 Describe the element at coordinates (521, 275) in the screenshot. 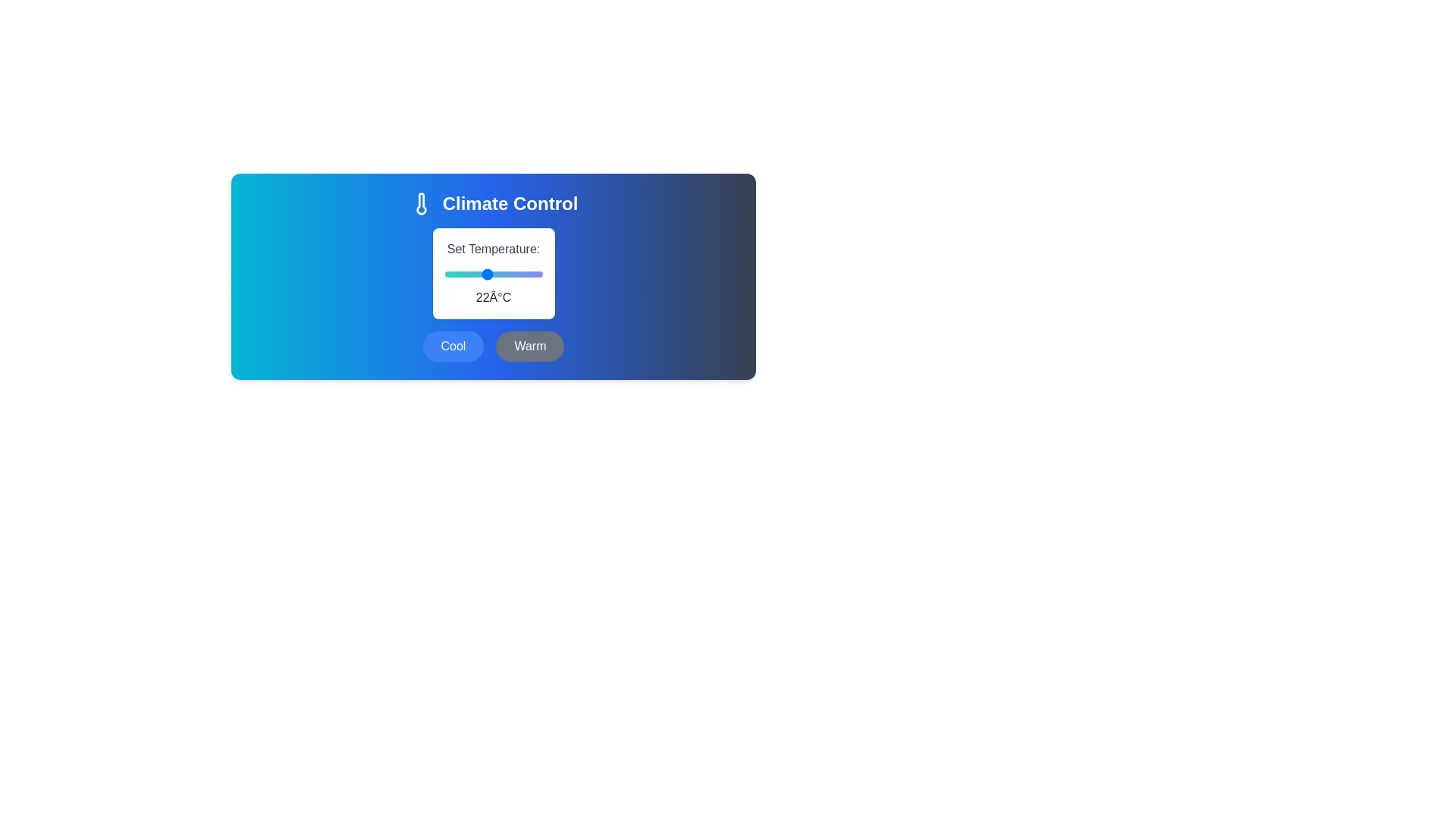

I see `the temperature` at that location.